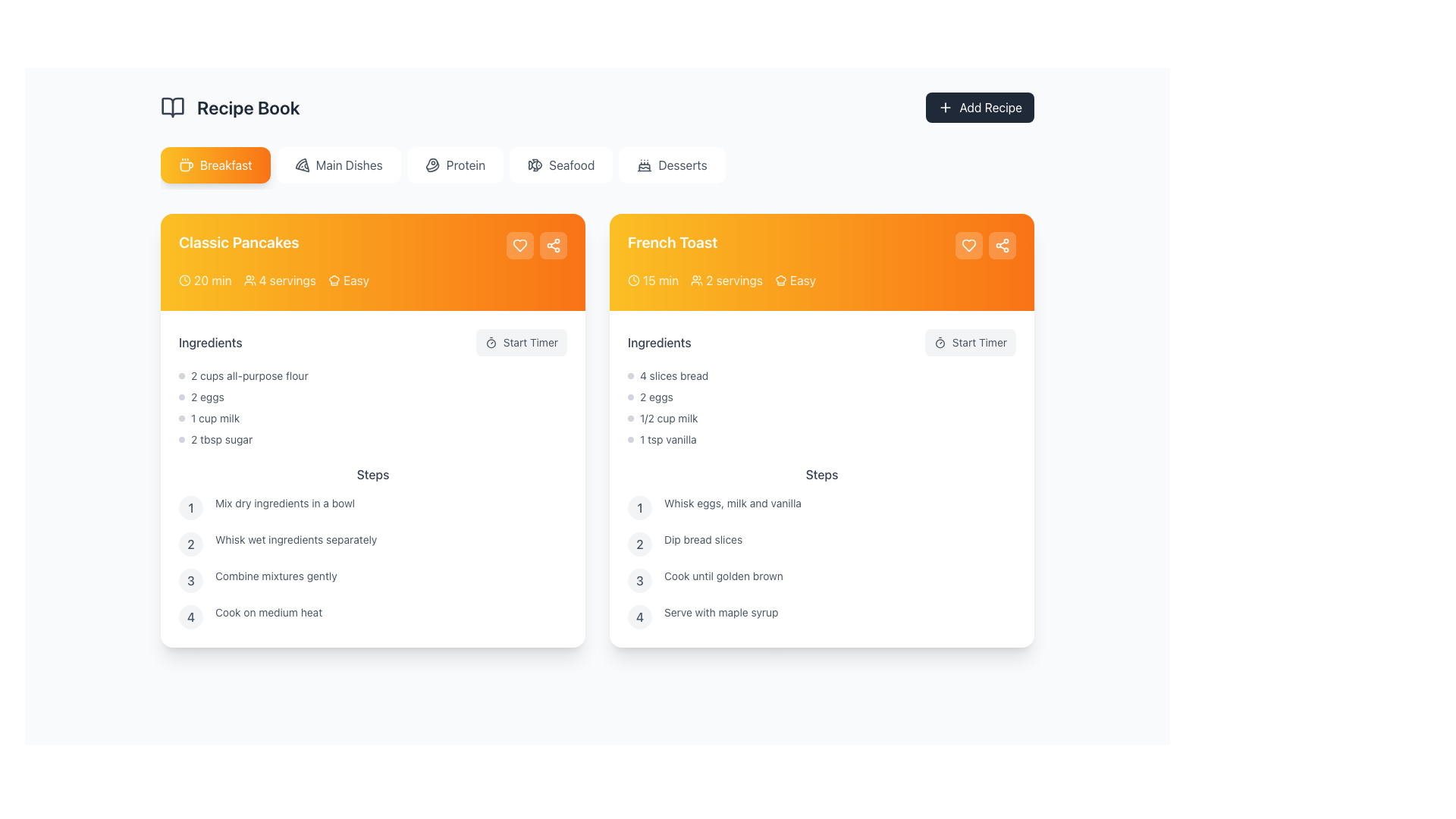 This screenshot has height=819, width=1456. I want to click on the ingredient quantity and type text label located between '2 cups all-purpose flour' and '1 cup milk' in the 'Ingredients' section of the 'Classic Pancakes' recipe card, so click(206, 397).